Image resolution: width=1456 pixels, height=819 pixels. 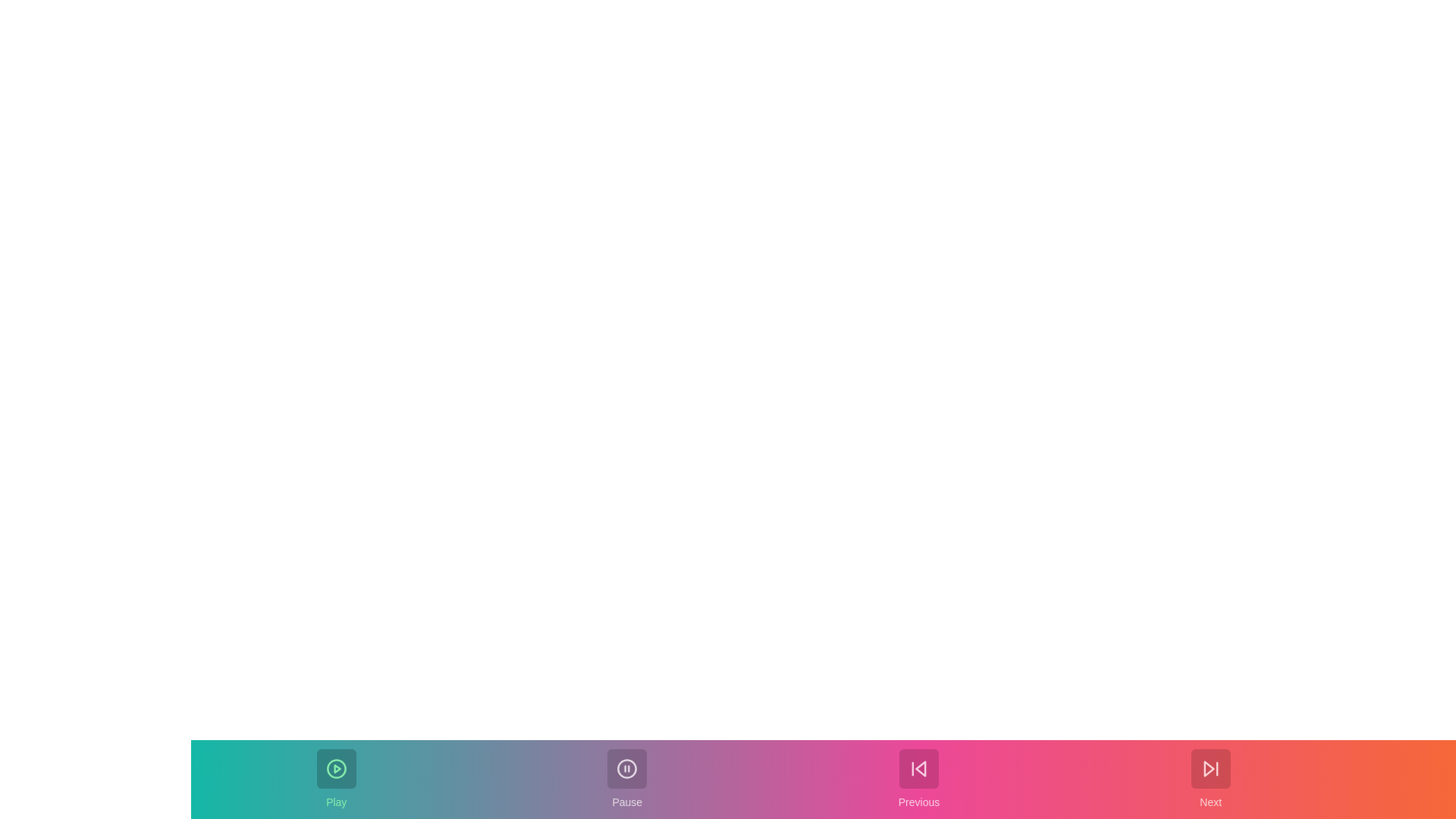 What do you see at coordinates (335, 780) in the screenshot?
I see `Play button to start playback` at bounding box center [335, 780].